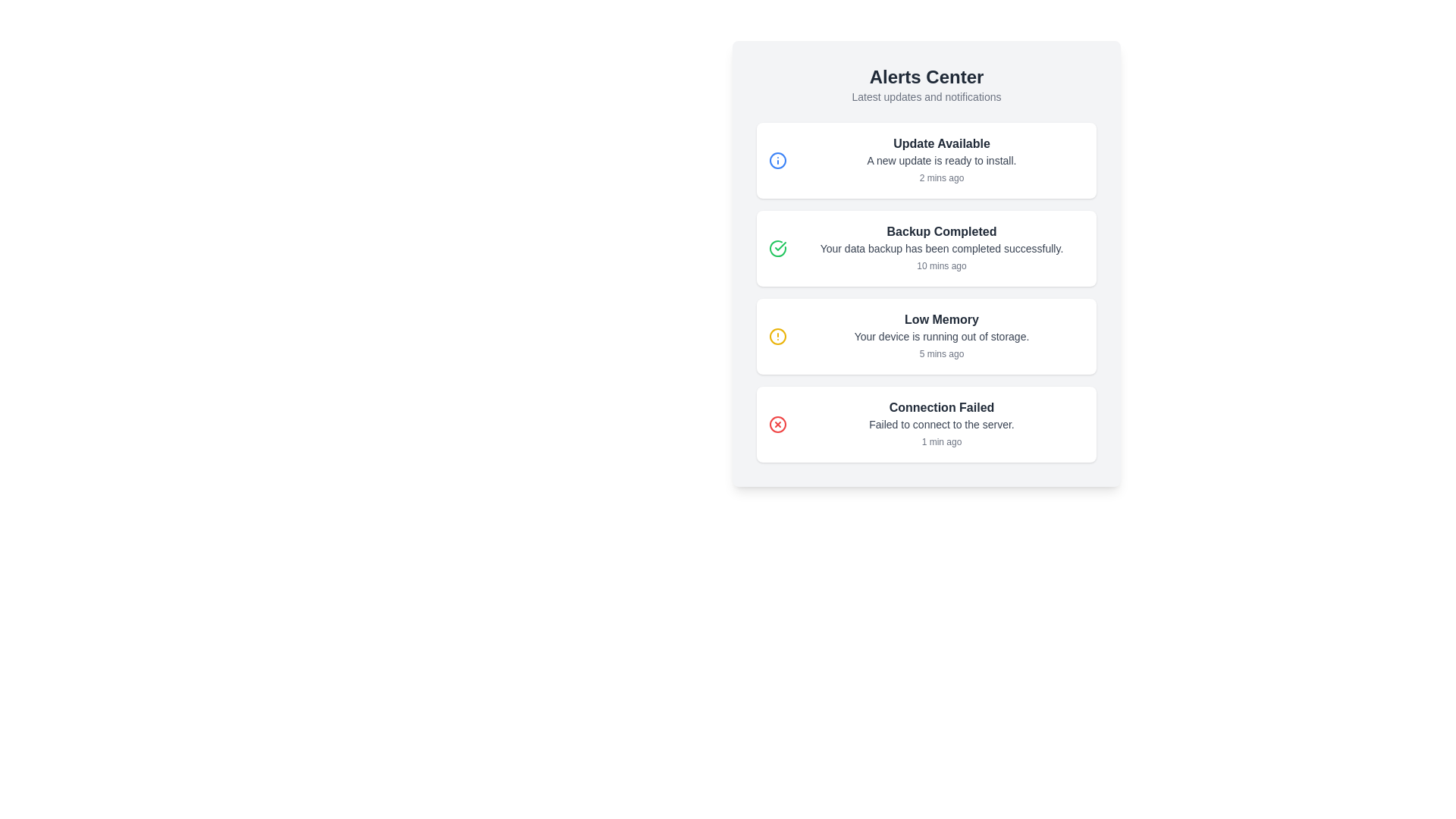  What do you see at coordinates (941, 406) in the screenshot?
I see `the bolded text label displaying 'Connection Failed', which is the title of the fourth notification in the vertical list of alerts` at bounding box center [941, 406].